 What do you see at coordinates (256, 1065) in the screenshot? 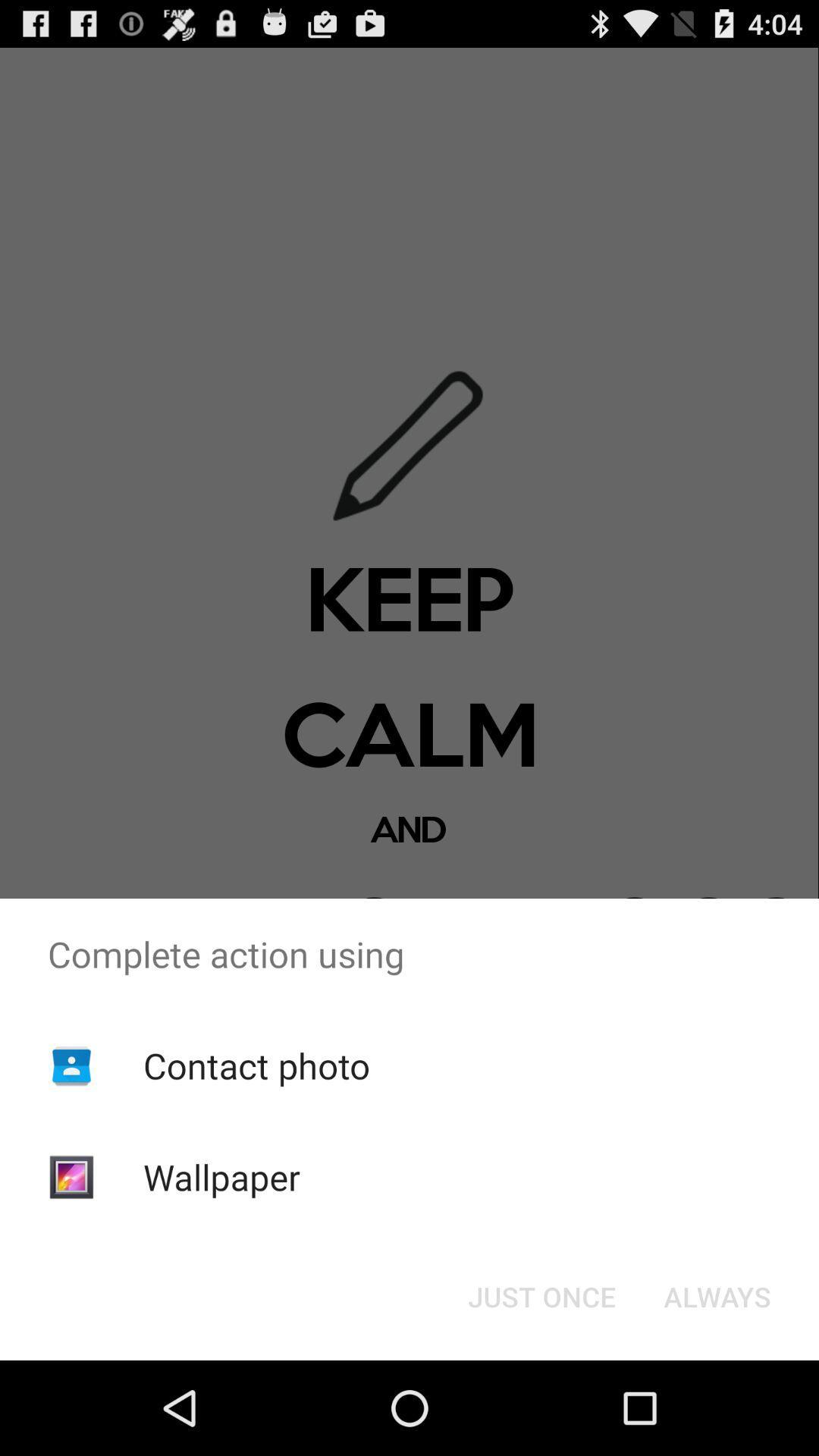
I see `contact photo item` at bounding box center [256, 1065].